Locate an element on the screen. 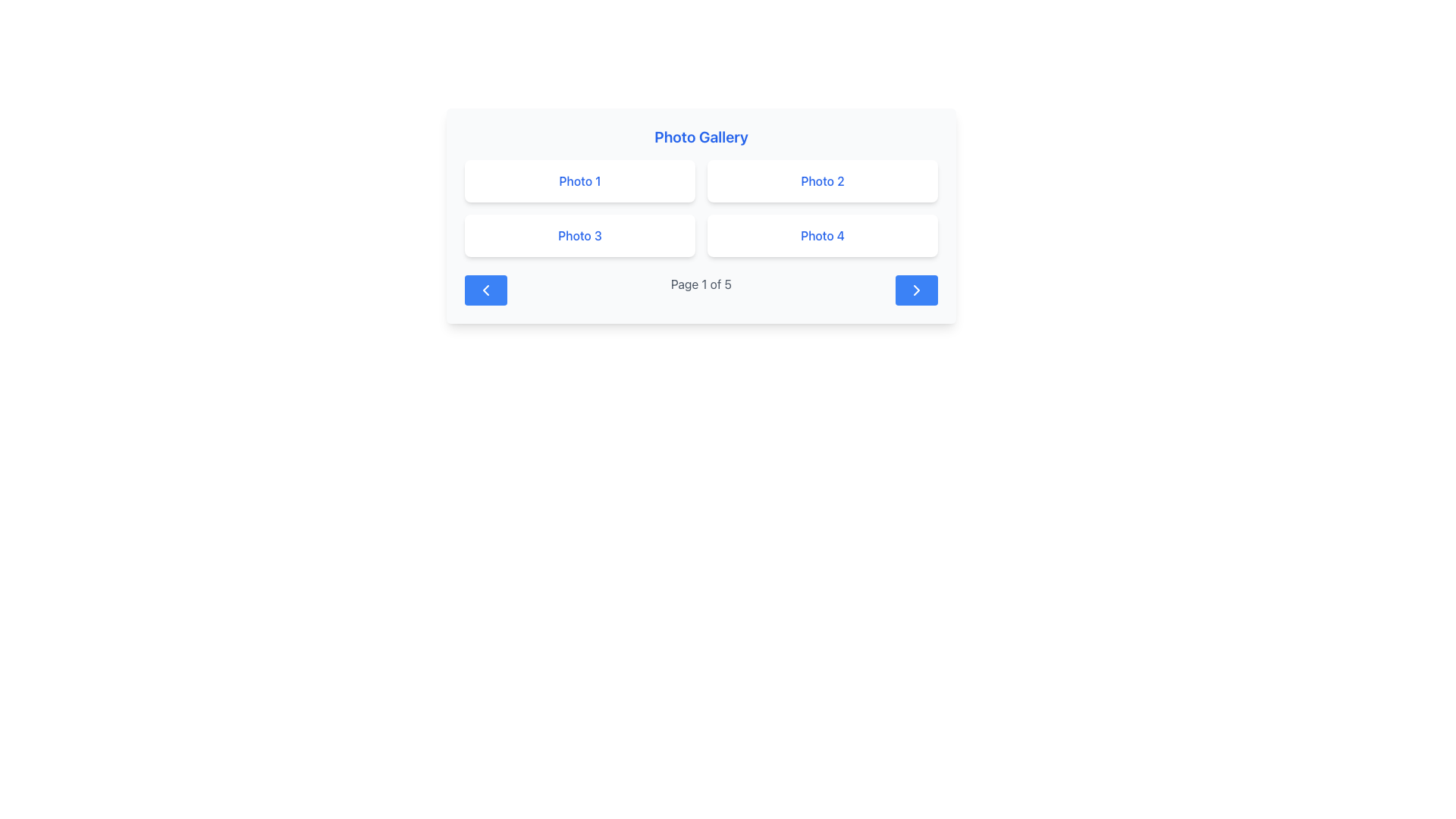 The width and height of the screenshot is (1456, 819). the Text Label indicating the current page within the 'Photo Gallery' section located at the center of the navigation bar at the bottom, which displays the pagination (1 out of 5 pages) is located at coordinates (701, 290).